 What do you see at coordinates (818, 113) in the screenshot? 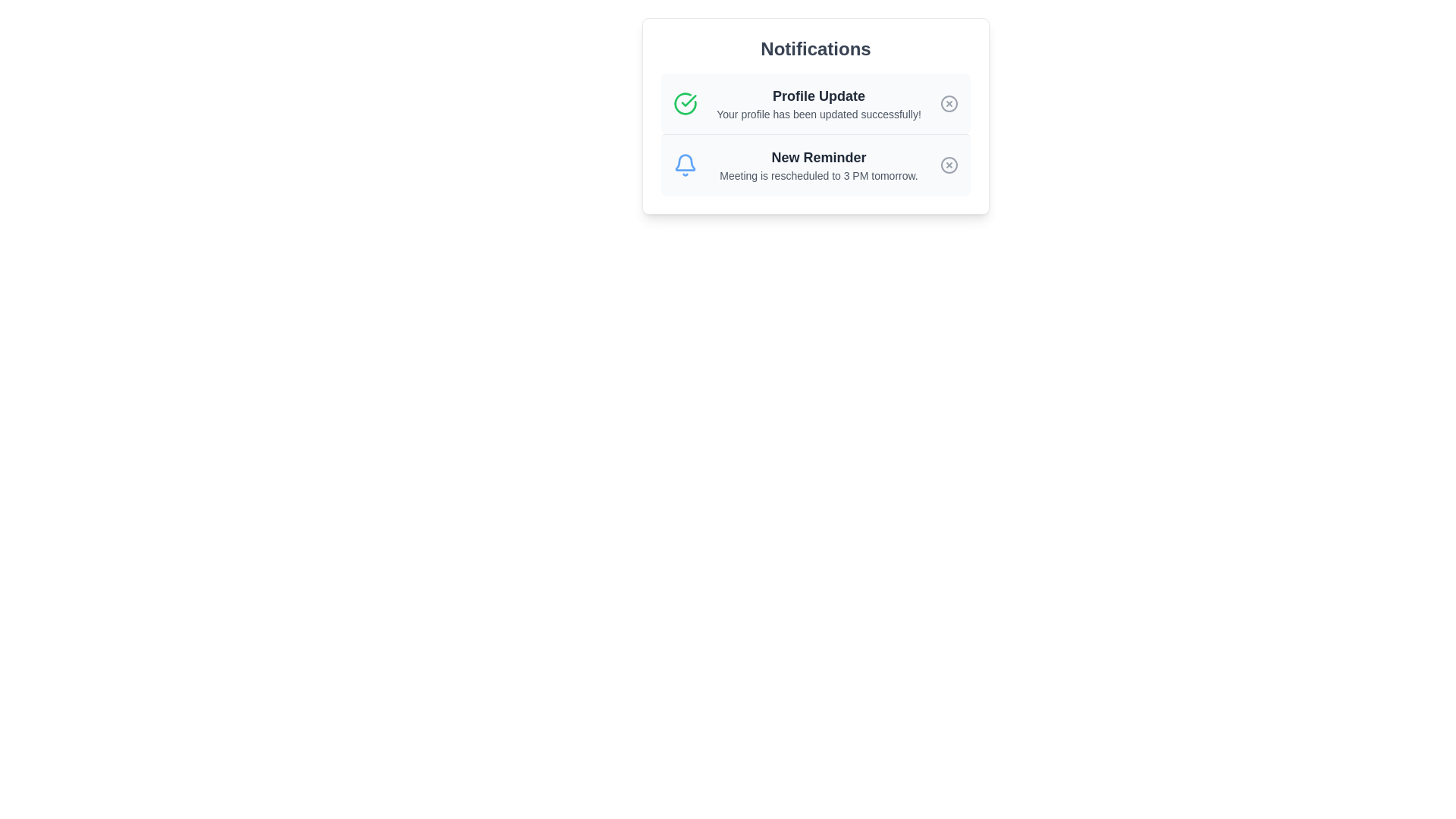
I see `the text label that reads 'Your profile has been updated successfully!' located beneath the title 'Profile Update' in the notification box` at bounding box center [818, 113].